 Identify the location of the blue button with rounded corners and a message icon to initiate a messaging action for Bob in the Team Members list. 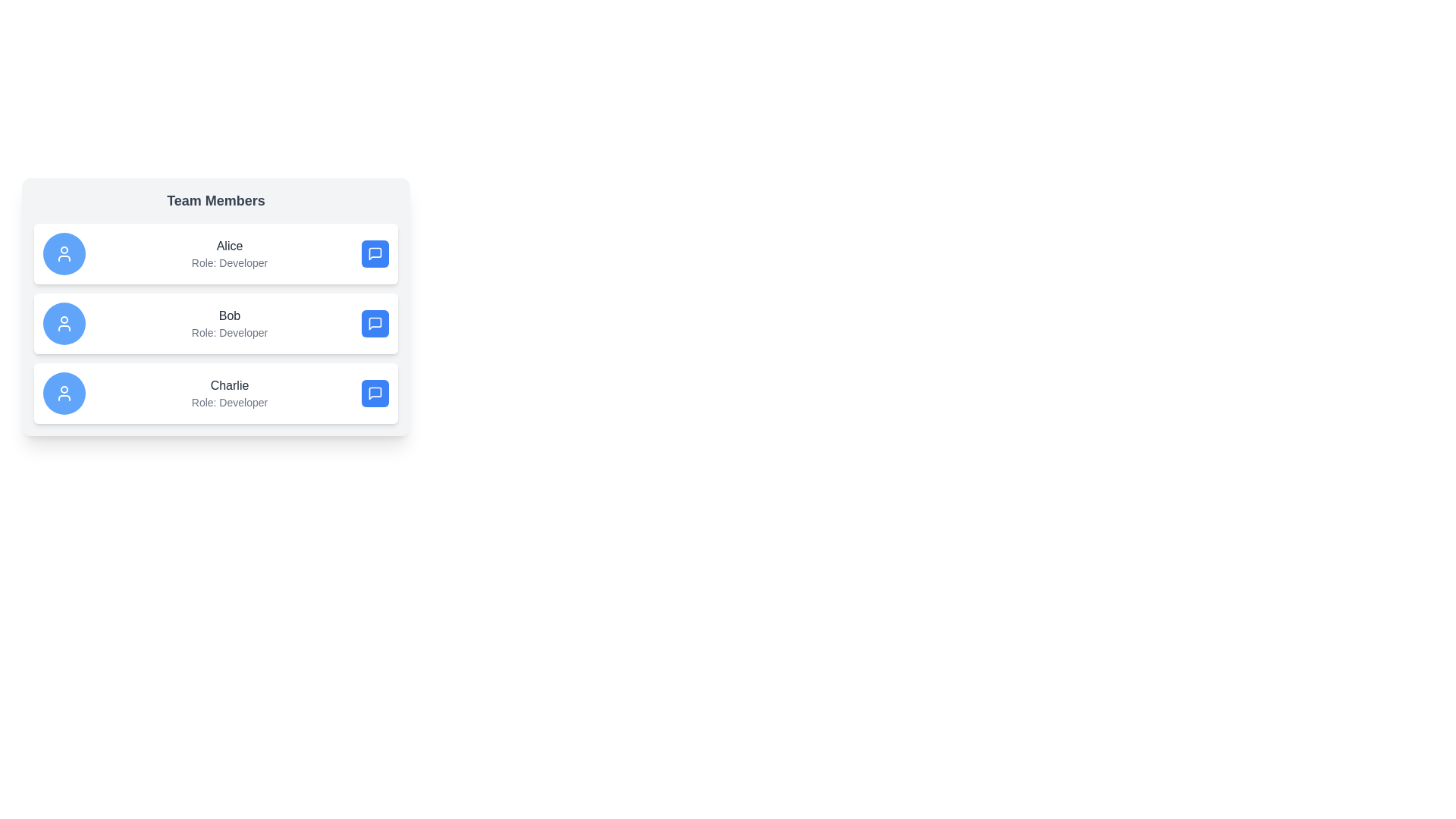
(375, 323).